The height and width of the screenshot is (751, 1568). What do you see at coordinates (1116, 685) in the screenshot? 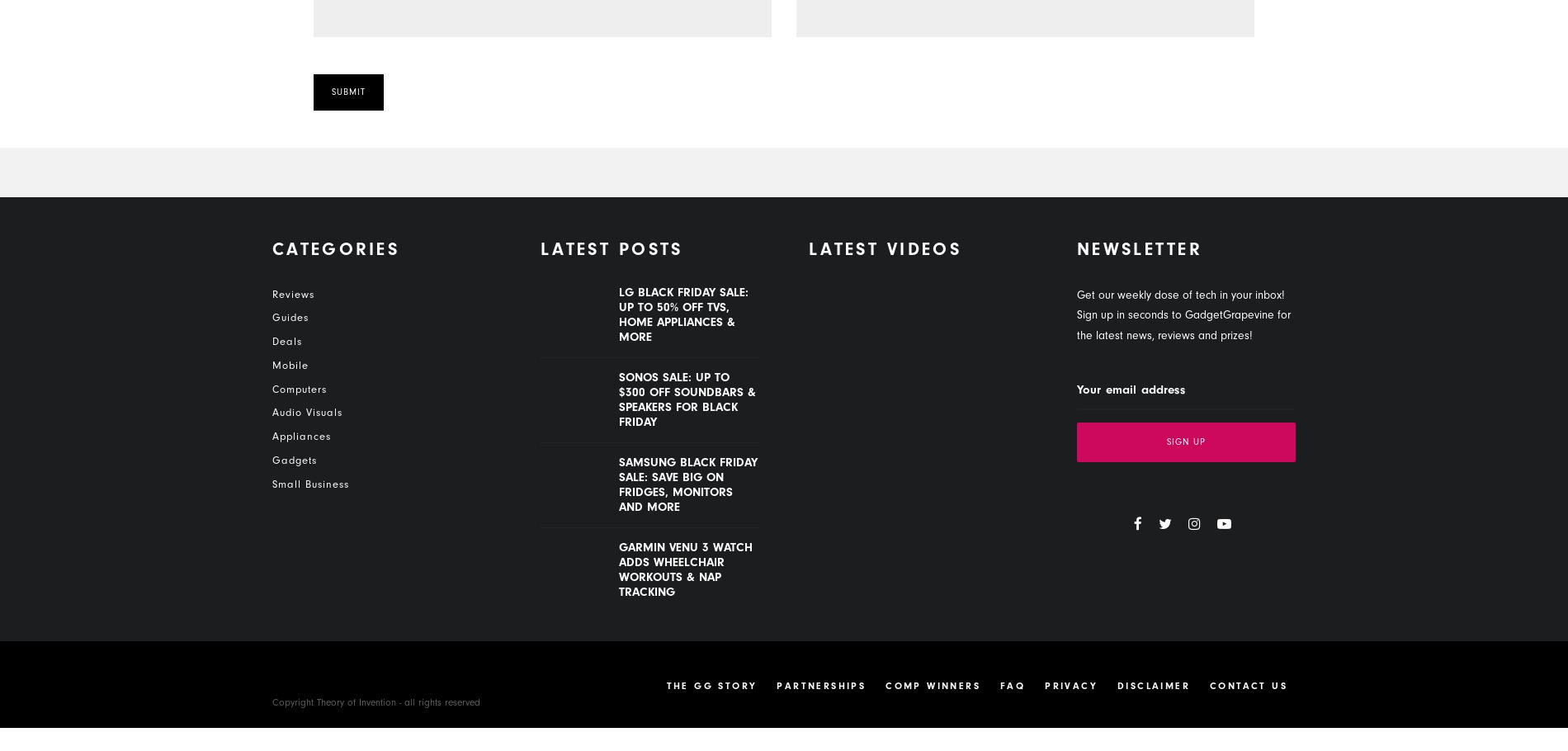
I see `'Disclaimer'` at bounding box center [1116, 685].